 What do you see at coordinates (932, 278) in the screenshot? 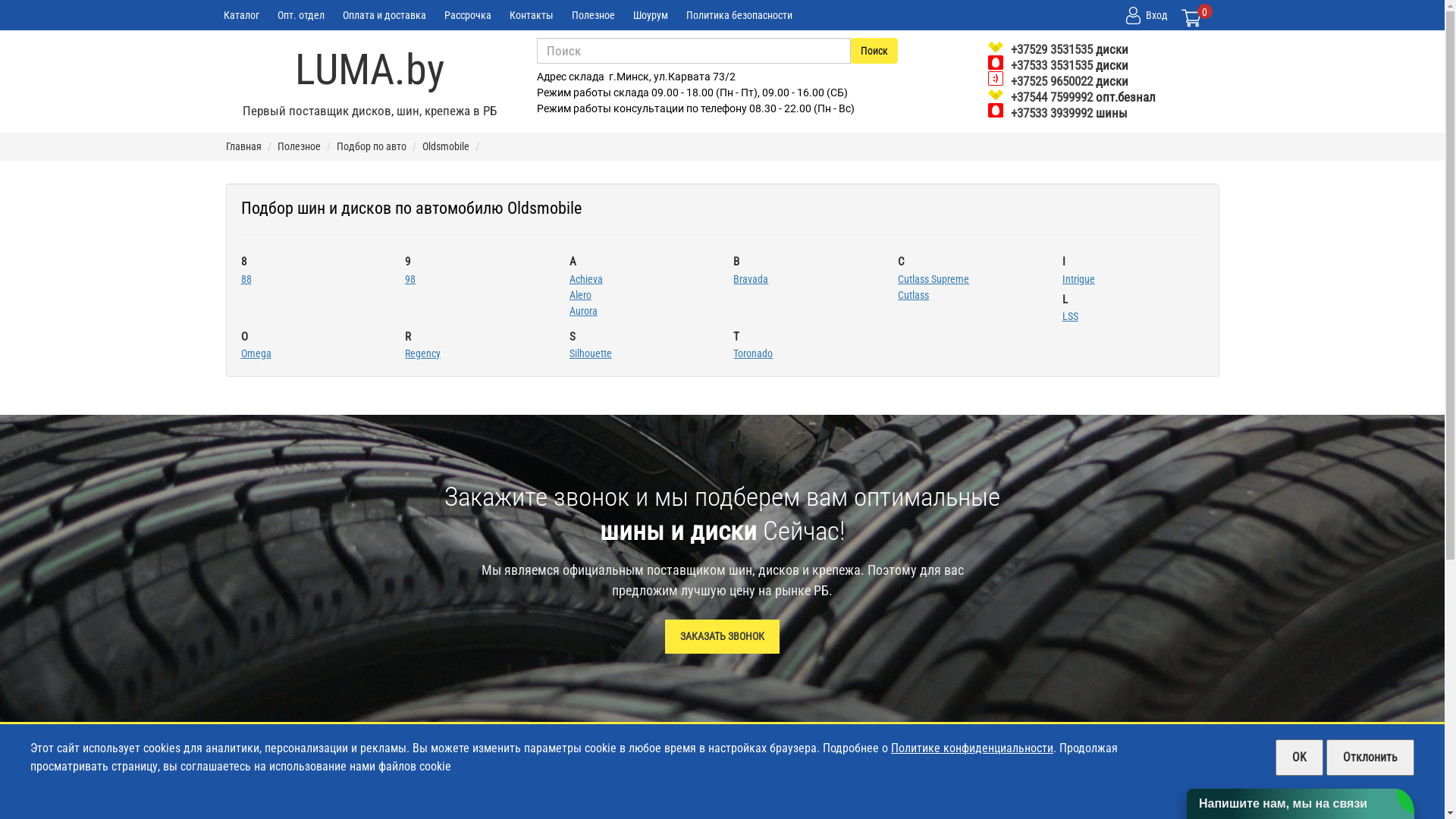
I see `'Cutlass Supreme'` at bounding box center [932, 278].